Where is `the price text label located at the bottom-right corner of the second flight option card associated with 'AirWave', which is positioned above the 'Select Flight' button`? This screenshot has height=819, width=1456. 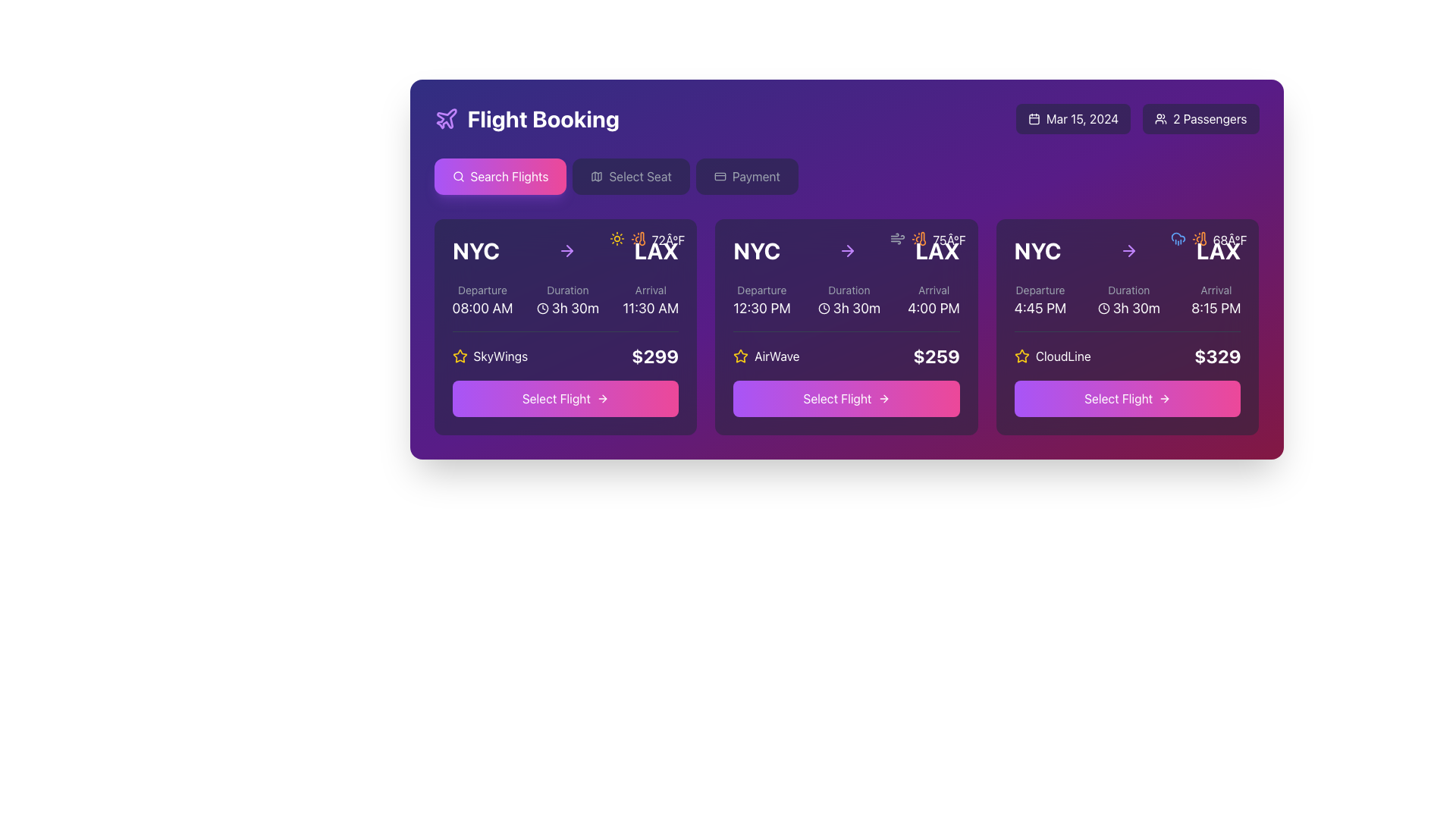
the price text label located at the bottom-right corner of the second flight option card associated with 'AirWave', which is positioned above the 'Select Flight' button is located at coordinates (936, 356).